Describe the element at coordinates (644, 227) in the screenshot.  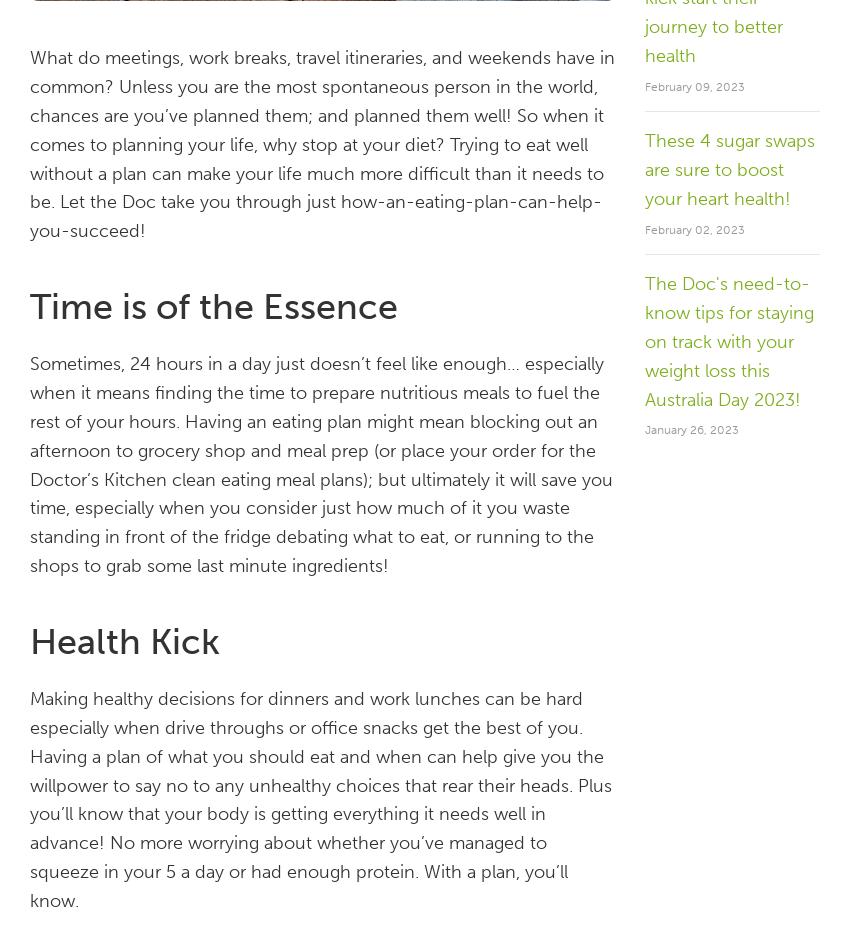
I see `'February 02, 2023'` at that location.